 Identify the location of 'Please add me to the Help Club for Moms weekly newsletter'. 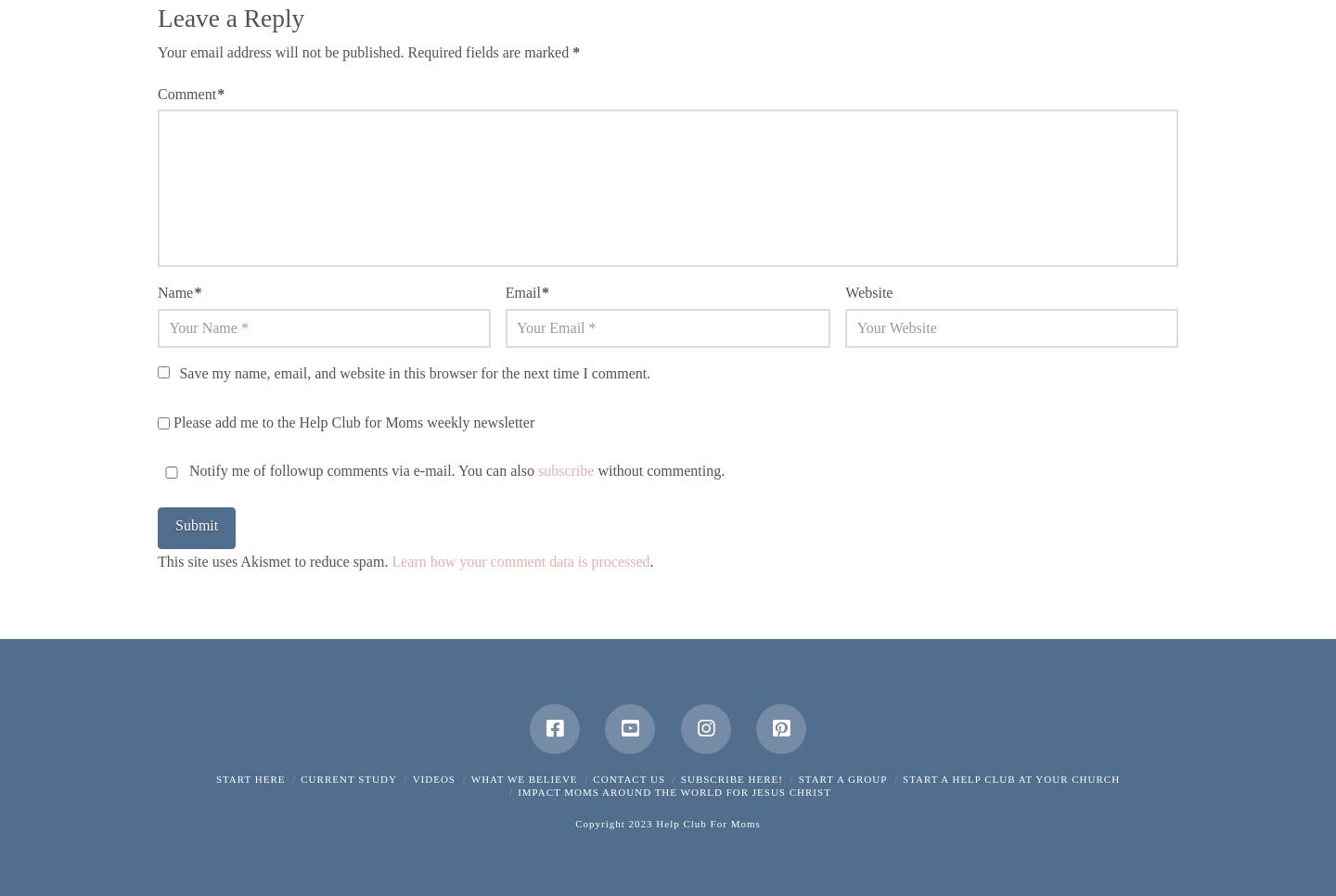
(351, 421).